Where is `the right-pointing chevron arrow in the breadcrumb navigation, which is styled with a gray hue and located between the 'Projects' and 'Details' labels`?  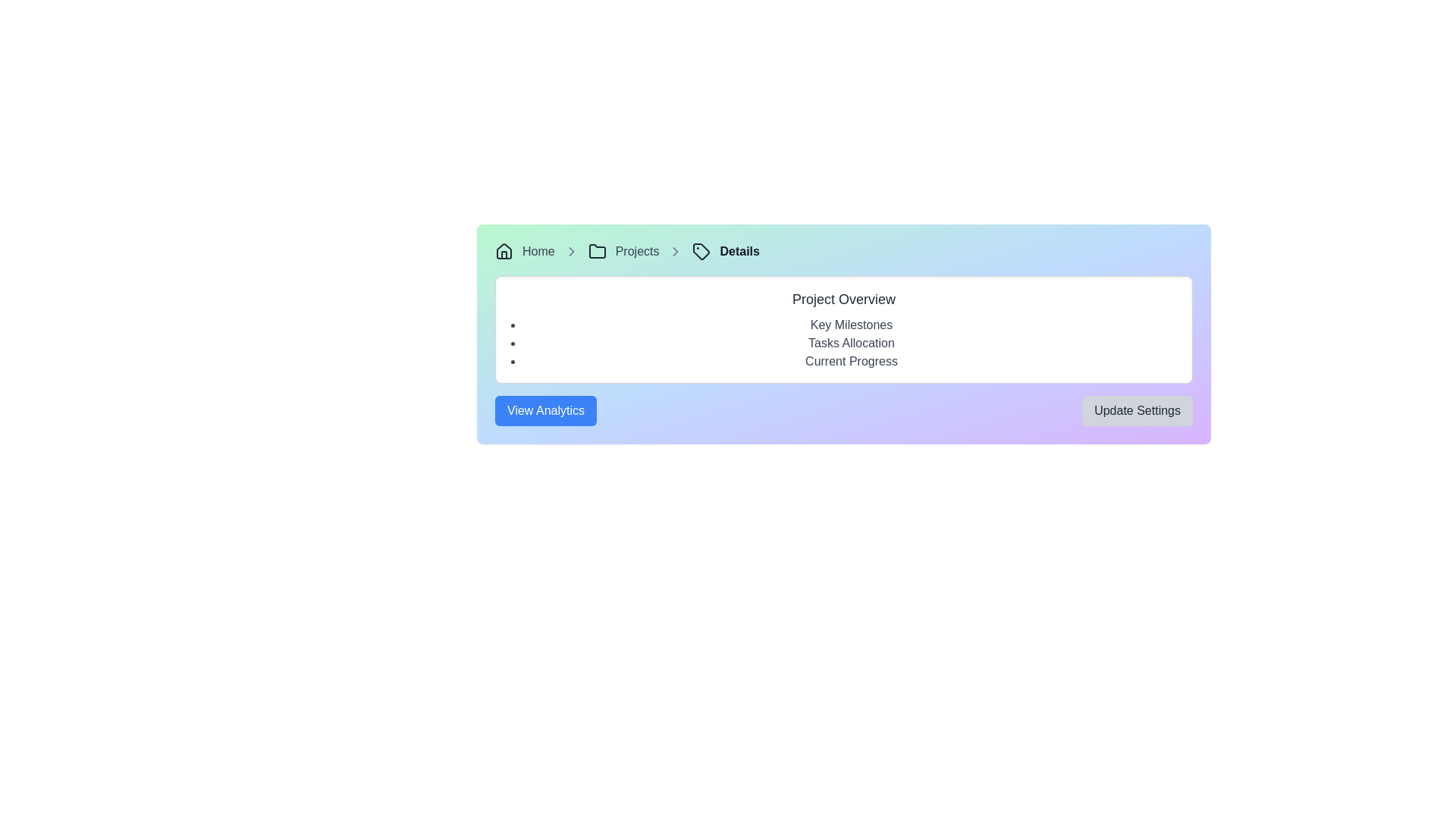 the right-pointing chevron arrow in the breadcrumb navigation, which is styled with a gray hue and located between the 'Projects' and 'Details' labels is located at coordinates (675, 250).